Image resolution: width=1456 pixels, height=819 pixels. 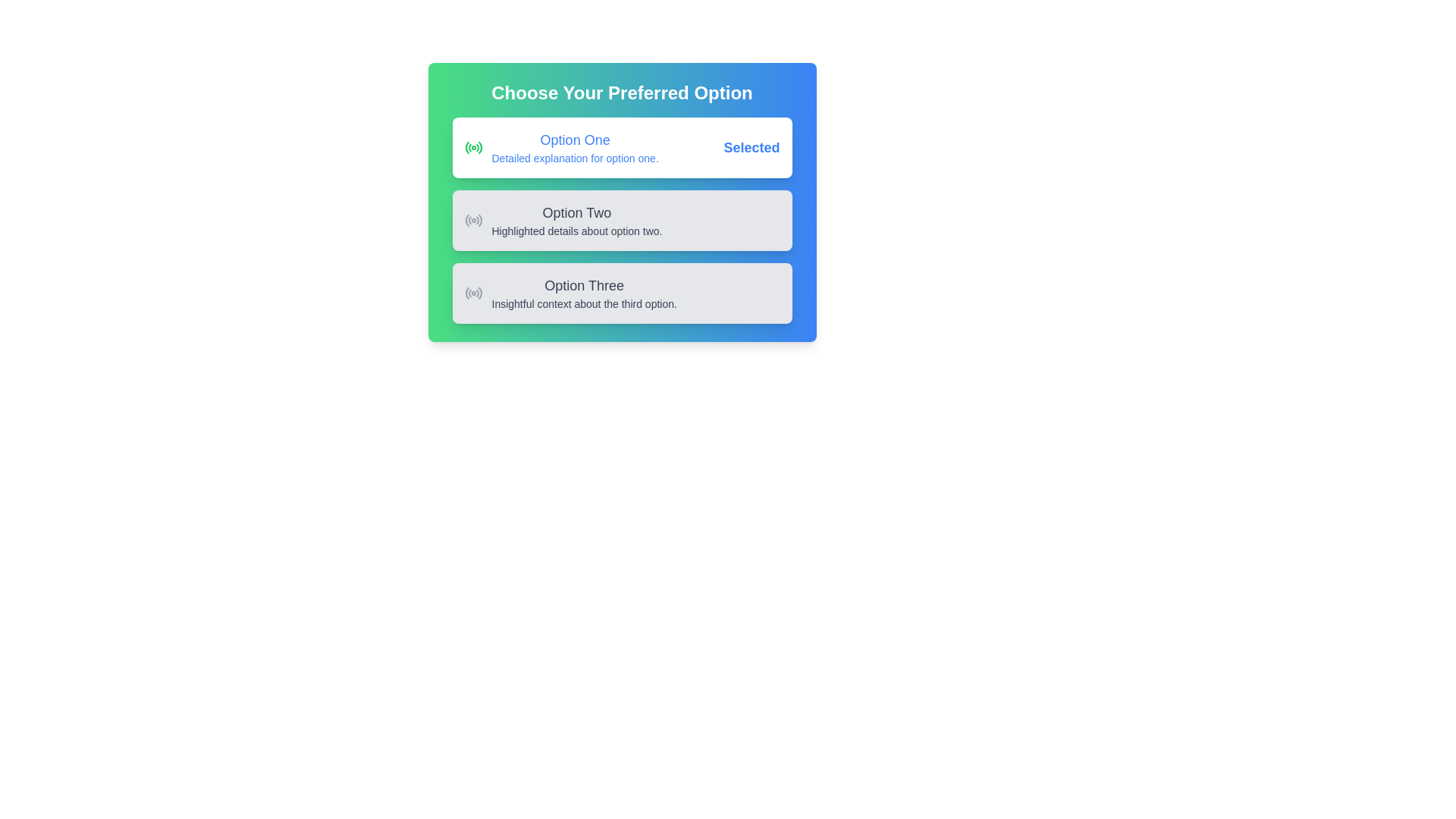 I want to click on the selectable text option displaying 'Option Three' for accessibility purposes, so click(x=583, y=293).